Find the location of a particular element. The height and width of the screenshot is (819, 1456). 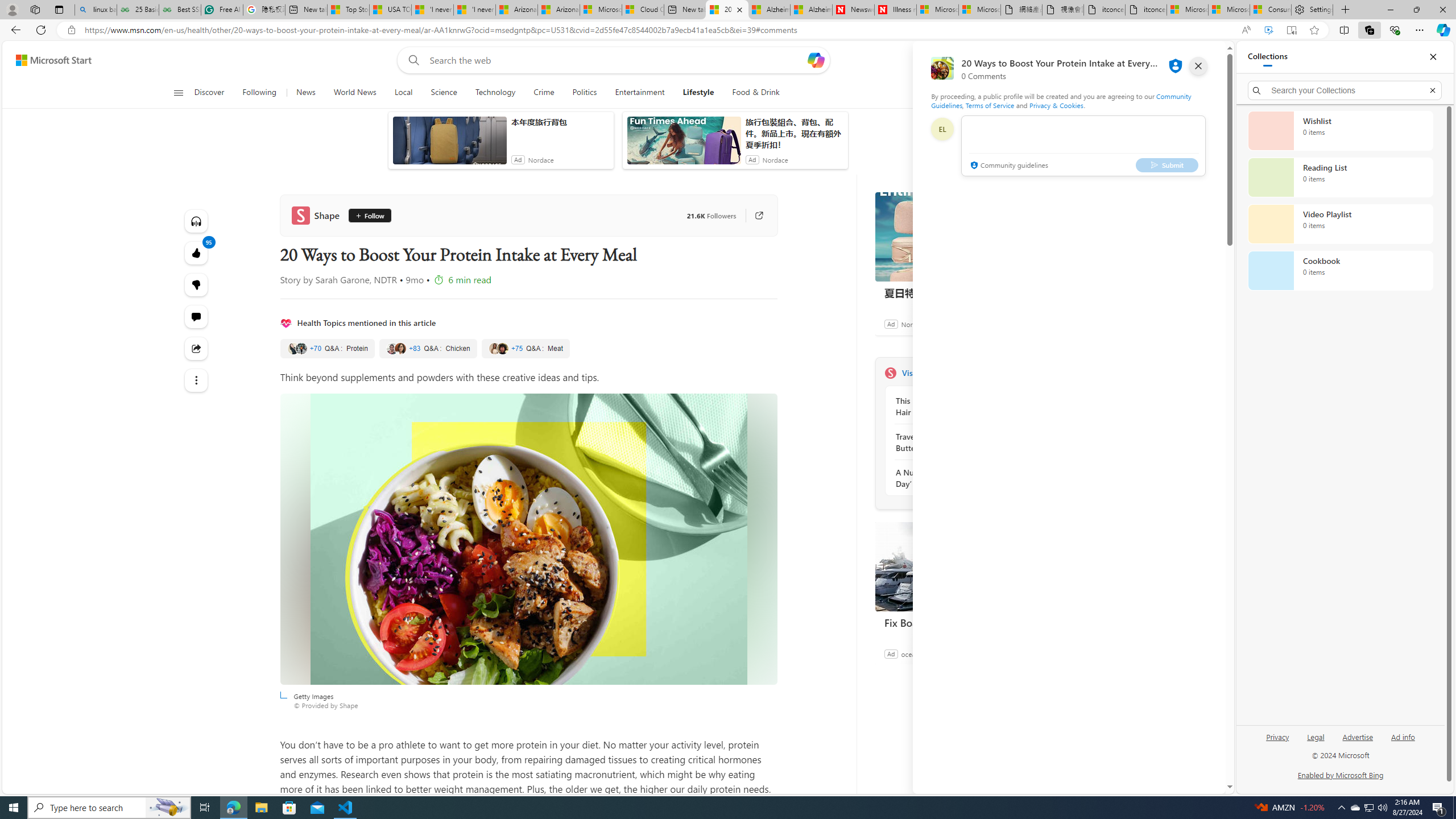

'Chicken' is located at coordinates (427, 348).